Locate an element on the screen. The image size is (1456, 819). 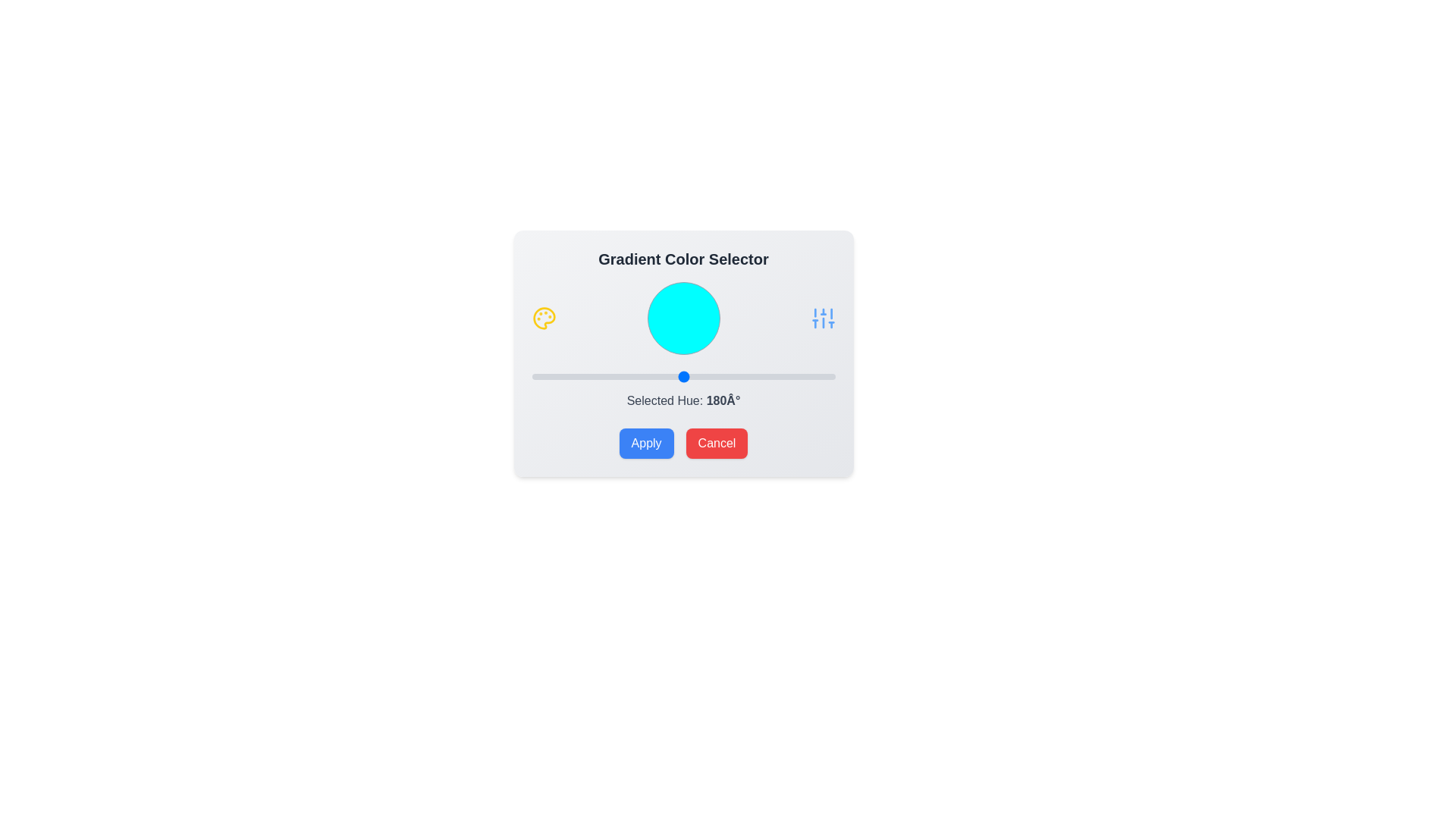
the slider to set the hue value to 330° is located at coordinates (809, 376).